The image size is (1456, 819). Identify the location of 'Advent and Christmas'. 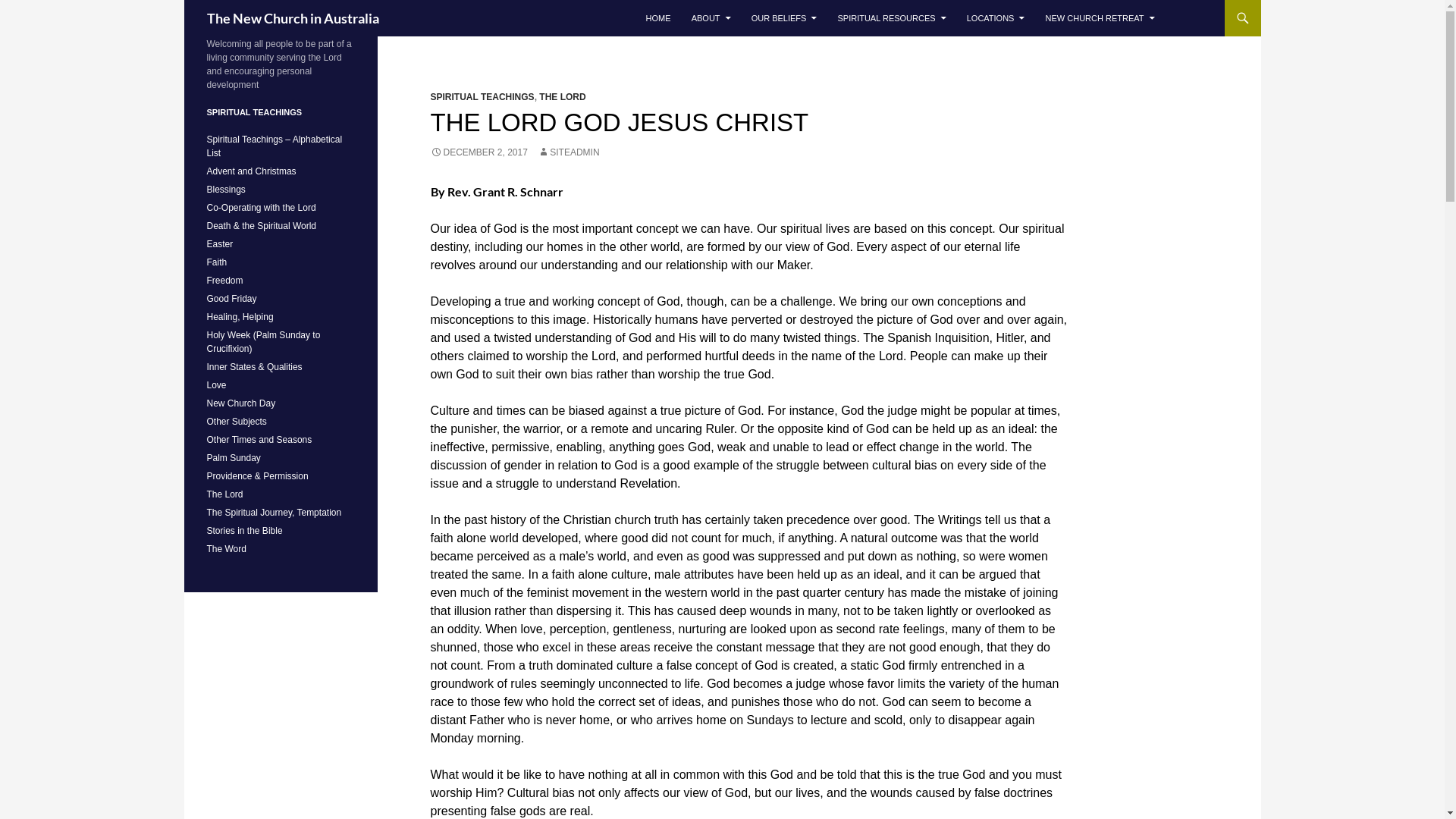
(251, 171).